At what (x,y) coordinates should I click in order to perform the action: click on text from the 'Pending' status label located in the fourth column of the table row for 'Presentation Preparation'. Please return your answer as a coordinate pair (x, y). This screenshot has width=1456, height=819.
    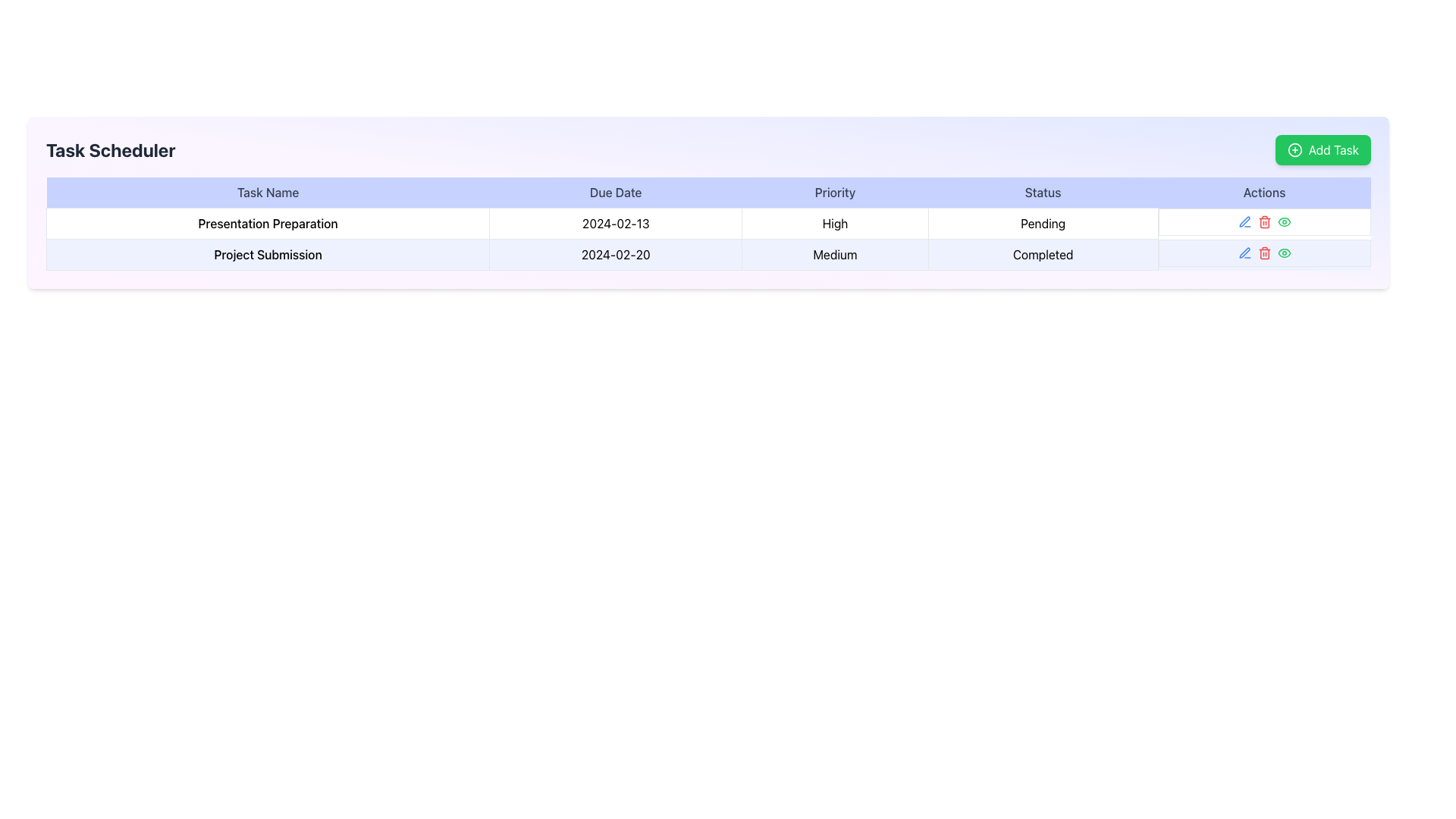
    Looking at the image, I should click on (1042, 223).